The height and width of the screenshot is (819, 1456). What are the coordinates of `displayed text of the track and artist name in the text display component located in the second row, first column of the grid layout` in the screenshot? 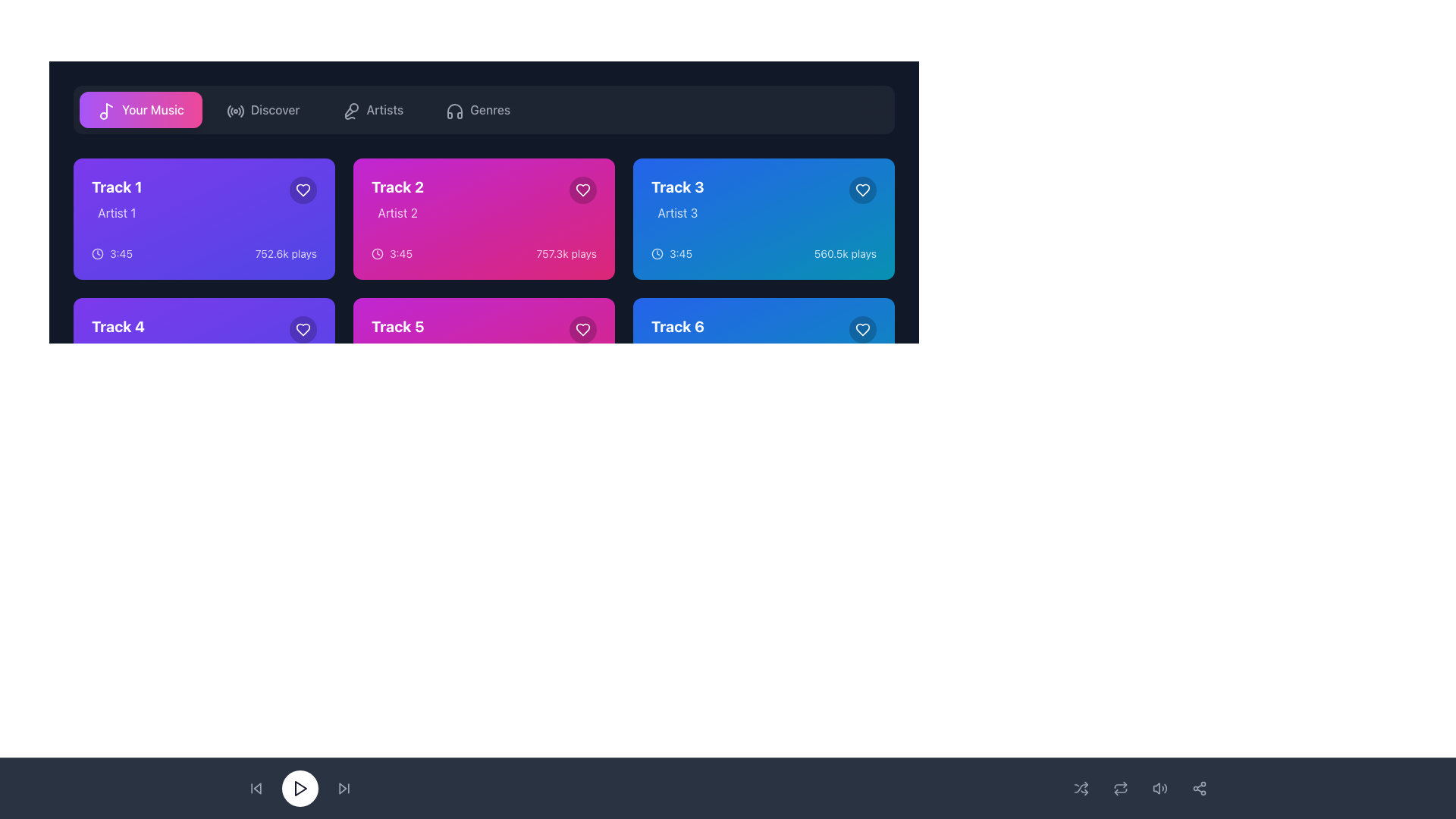 It's located at (397, 338).